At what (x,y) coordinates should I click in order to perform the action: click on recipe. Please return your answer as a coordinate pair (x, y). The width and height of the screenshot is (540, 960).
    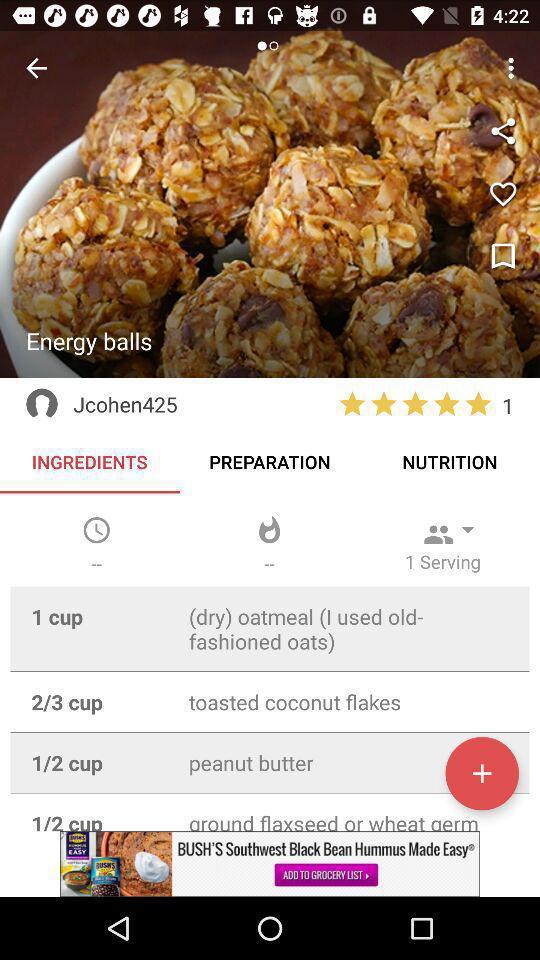
    Looking at the image, I should click on (502, 194).